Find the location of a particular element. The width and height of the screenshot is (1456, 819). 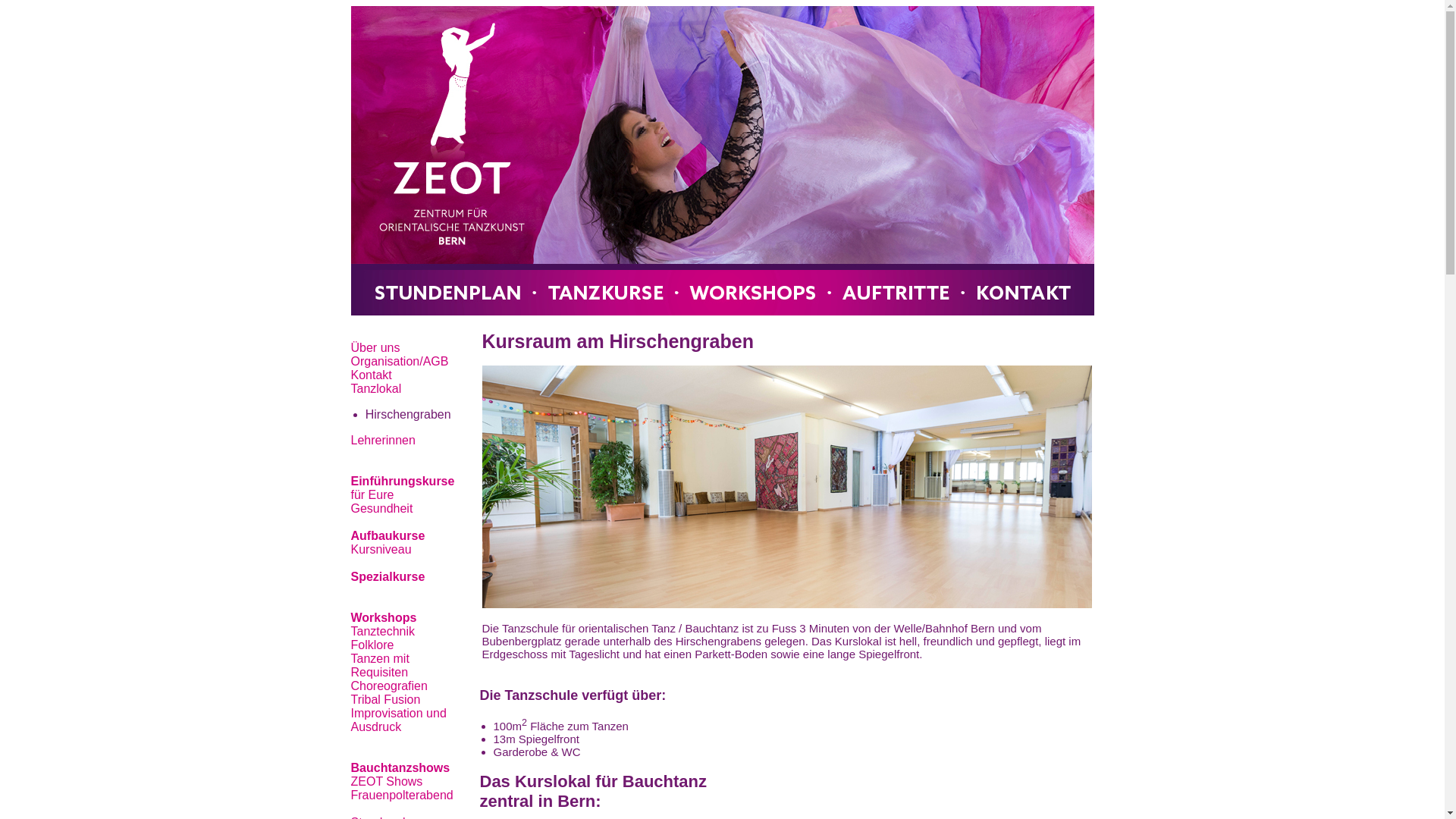

'Frauenpolterabend' is located at coordinates (401, 794).